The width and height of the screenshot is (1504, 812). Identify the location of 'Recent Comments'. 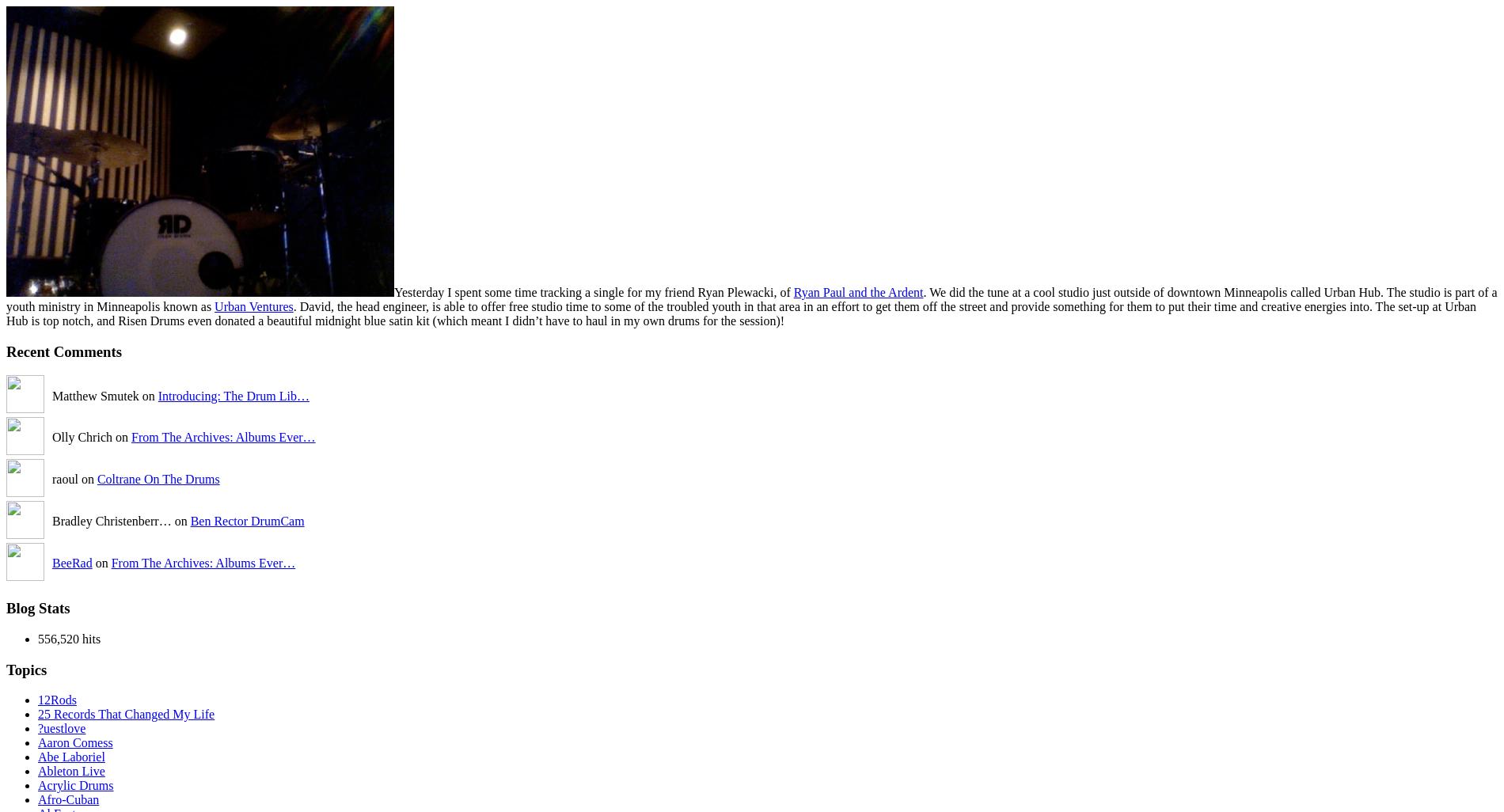
(63, 351).